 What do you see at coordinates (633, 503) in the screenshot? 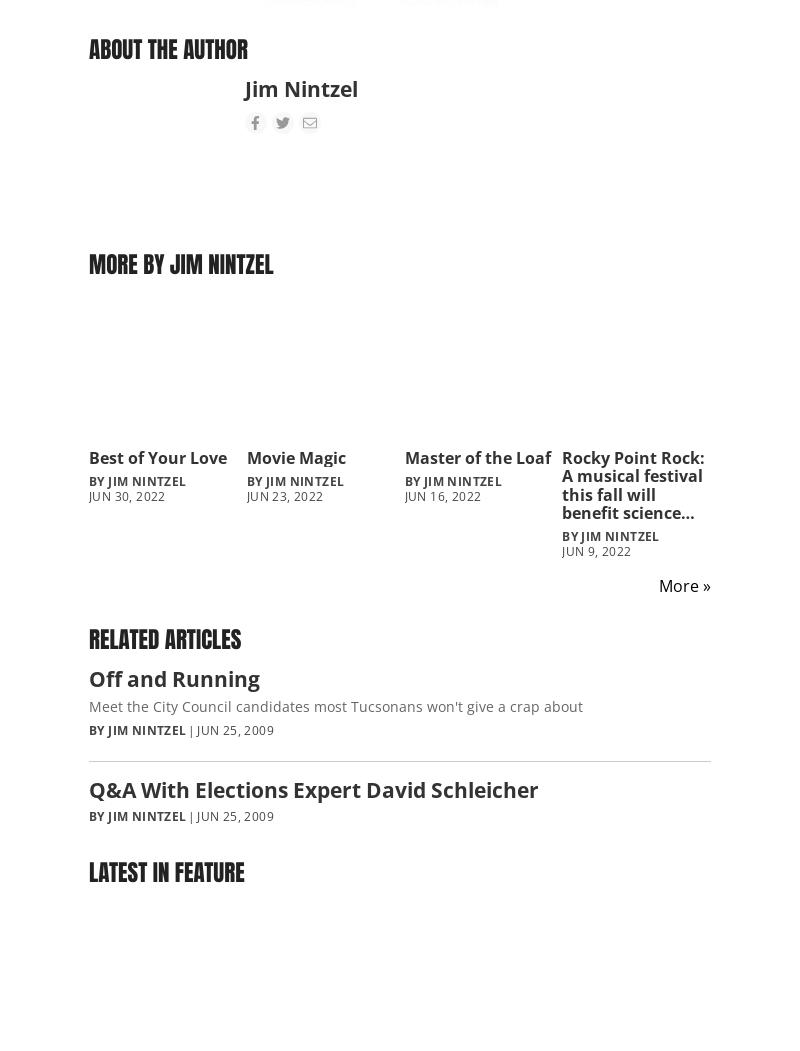
I see `'Rocky Point Rock: A musical festival this fall will benefit science field station CEDO in Puerto Peñasco'` at bounding box center [633, 503].